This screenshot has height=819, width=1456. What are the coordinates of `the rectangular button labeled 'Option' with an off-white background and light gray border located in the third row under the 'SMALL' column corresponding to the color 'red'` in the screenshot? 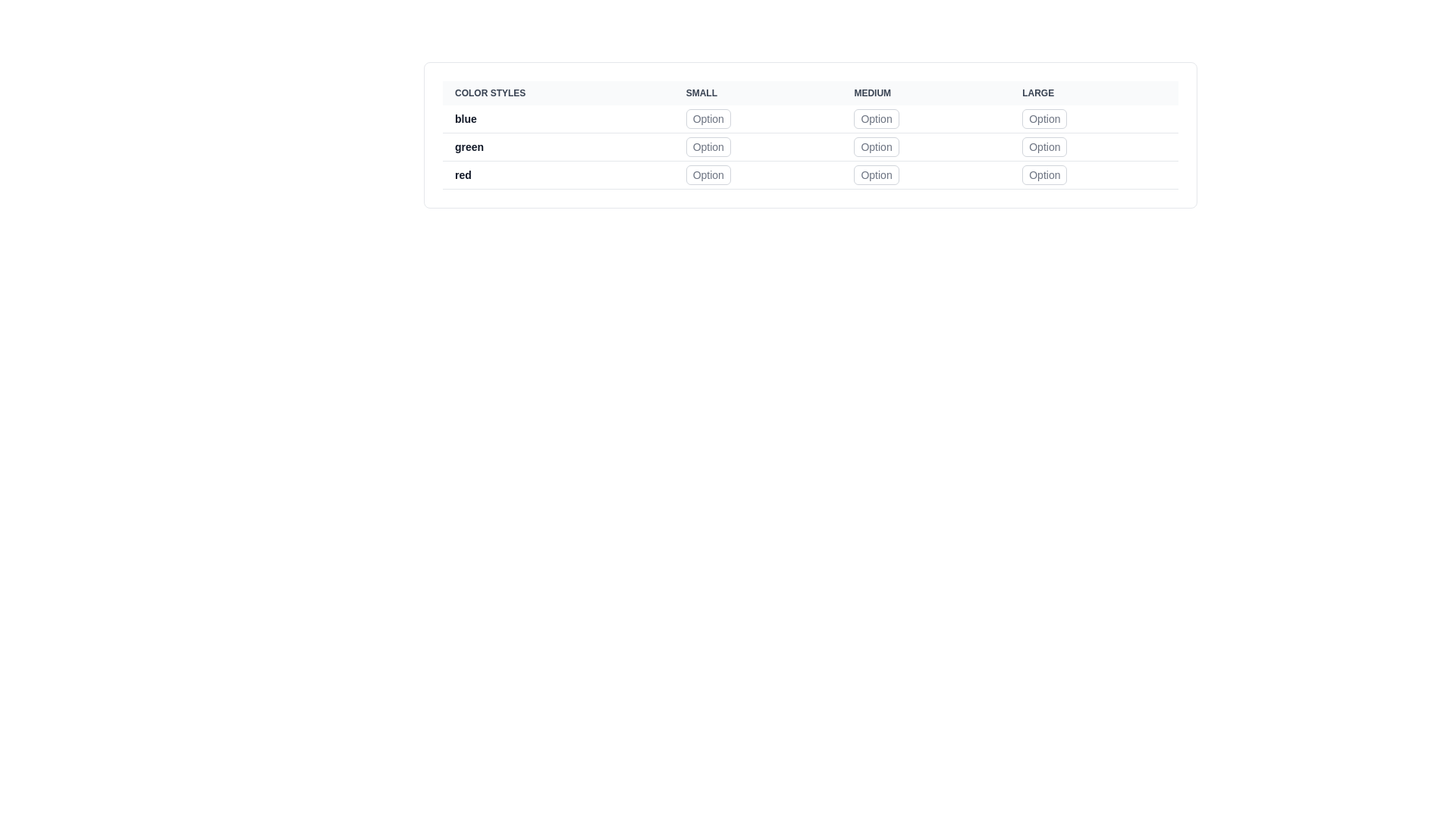 It's located at (708, 174).